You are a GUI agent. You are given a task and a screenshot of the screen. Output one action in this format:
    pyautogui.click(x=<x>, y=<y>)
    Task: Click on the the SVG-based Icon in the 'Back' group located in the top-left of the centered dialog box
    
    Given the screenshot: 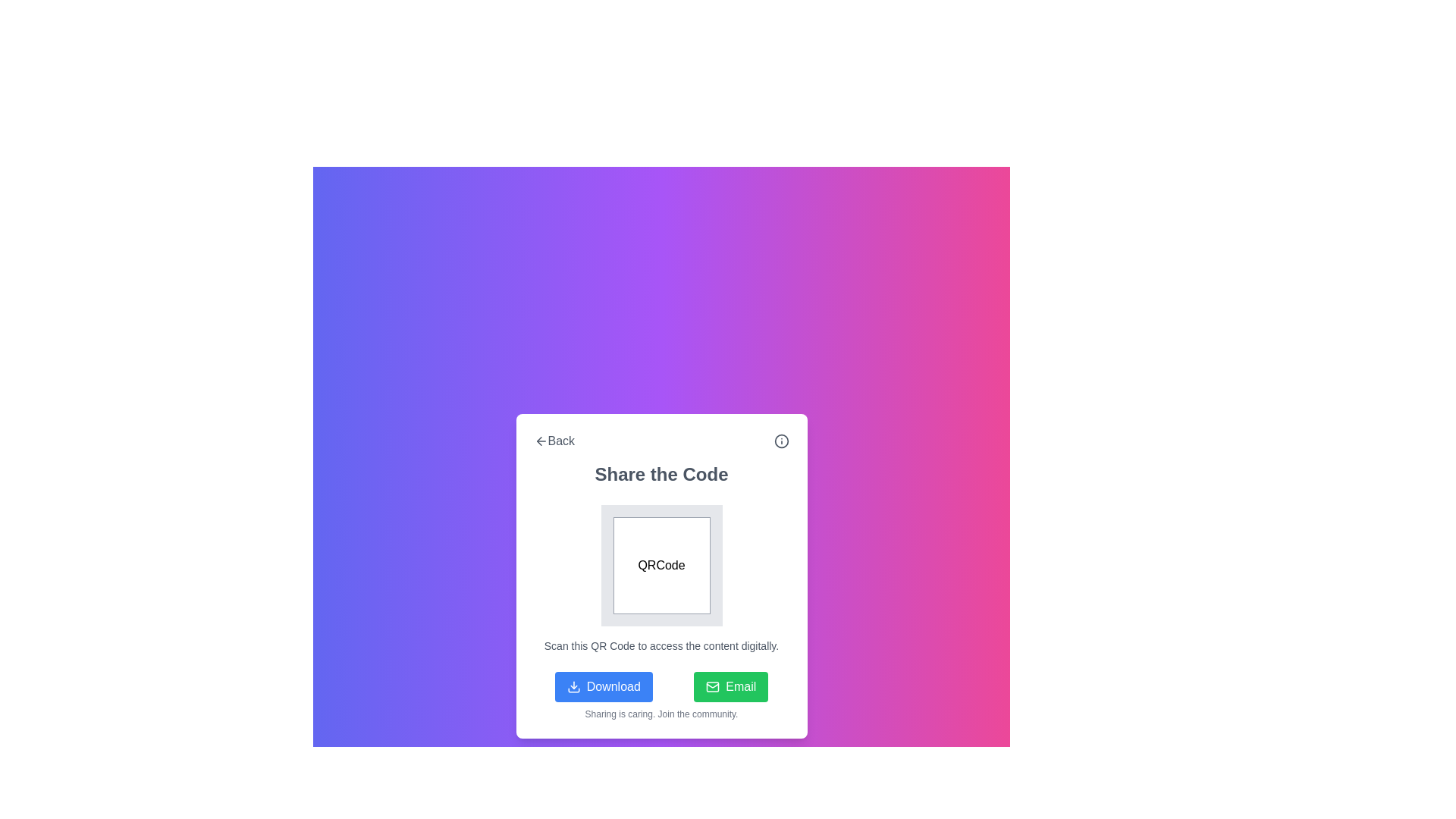 What is the action you would take?
    pyautogui.click(x=541, y=441)
    